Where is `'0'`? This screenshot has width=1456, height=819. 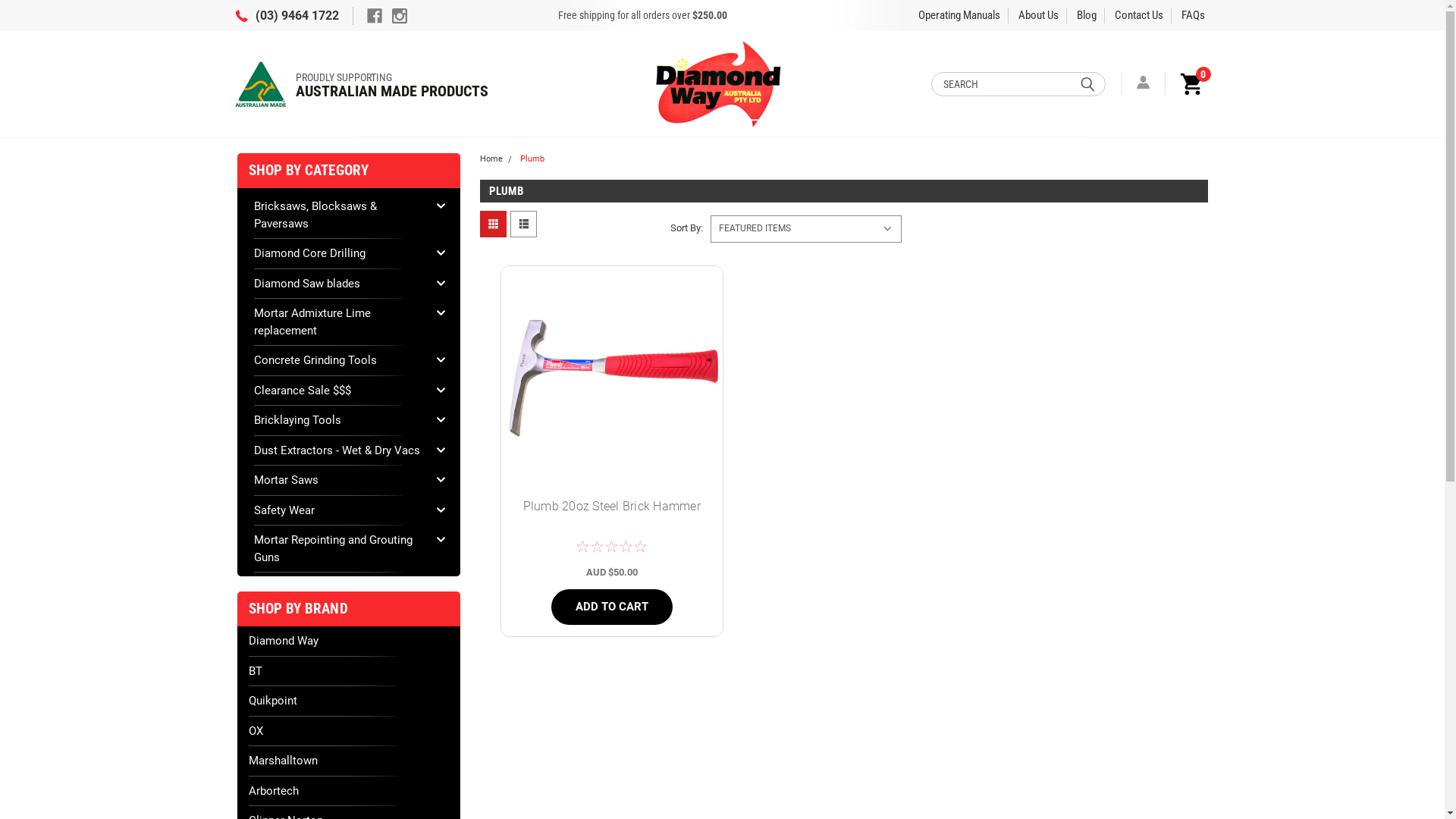
'0' is located at coordinates (1188, 83).